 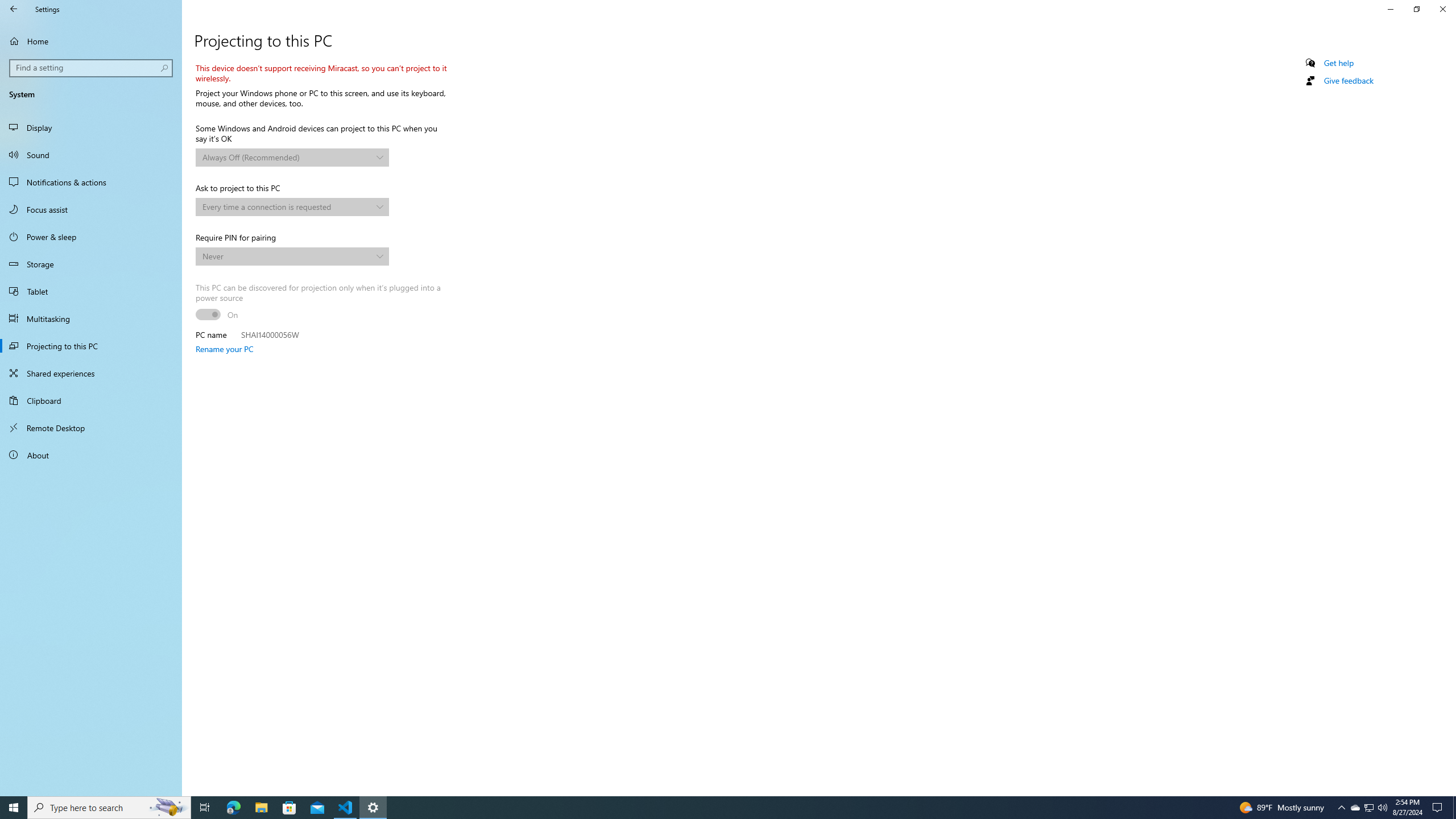 What do you see at coordinates (90, 318) in the screenshot?
I see `'Multitasking'` at bounding box center [90, 318].